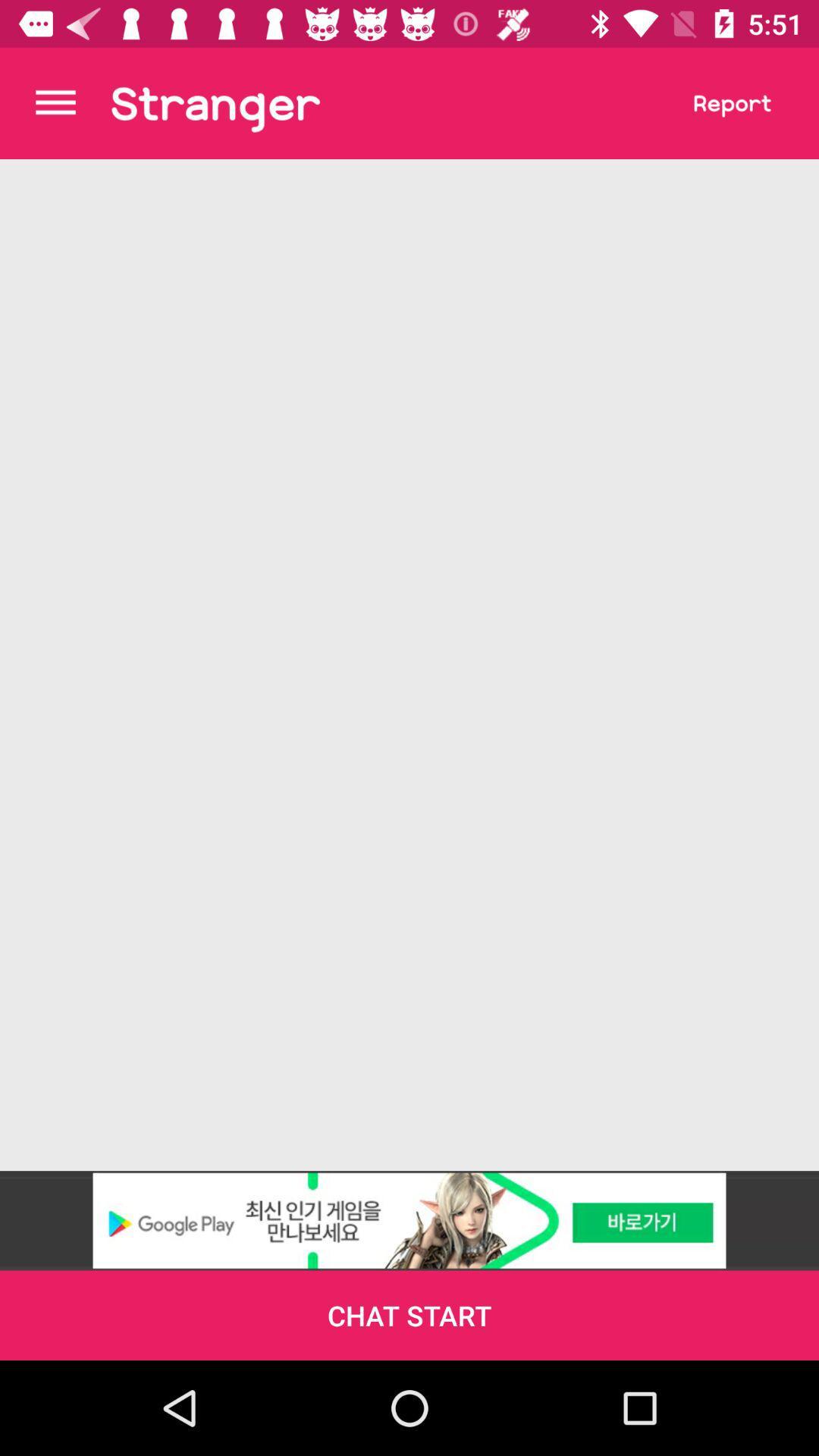 The height and width of the screenshot is (1456, 819). Describe the element at coordinates (409, 665) in the screenshot. I see `the item at the center` at that location.